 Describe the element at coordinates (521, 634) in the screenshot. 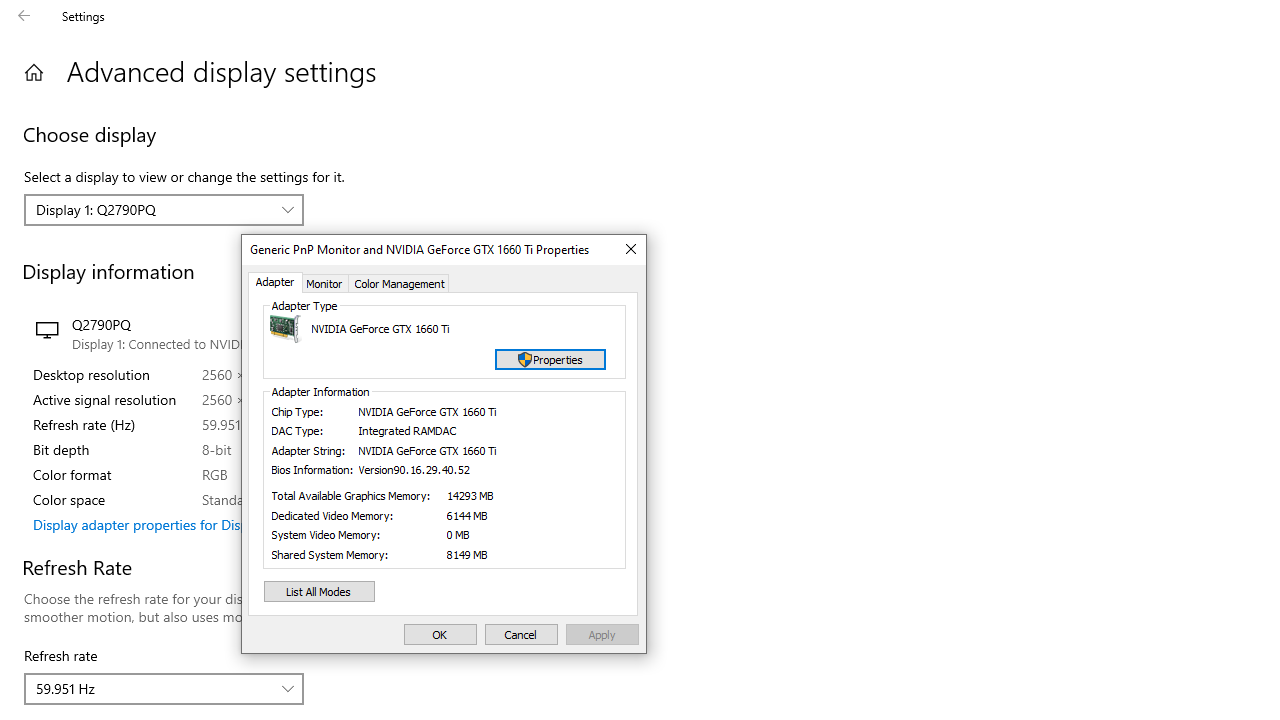

I see `'Cancel'` at that location.